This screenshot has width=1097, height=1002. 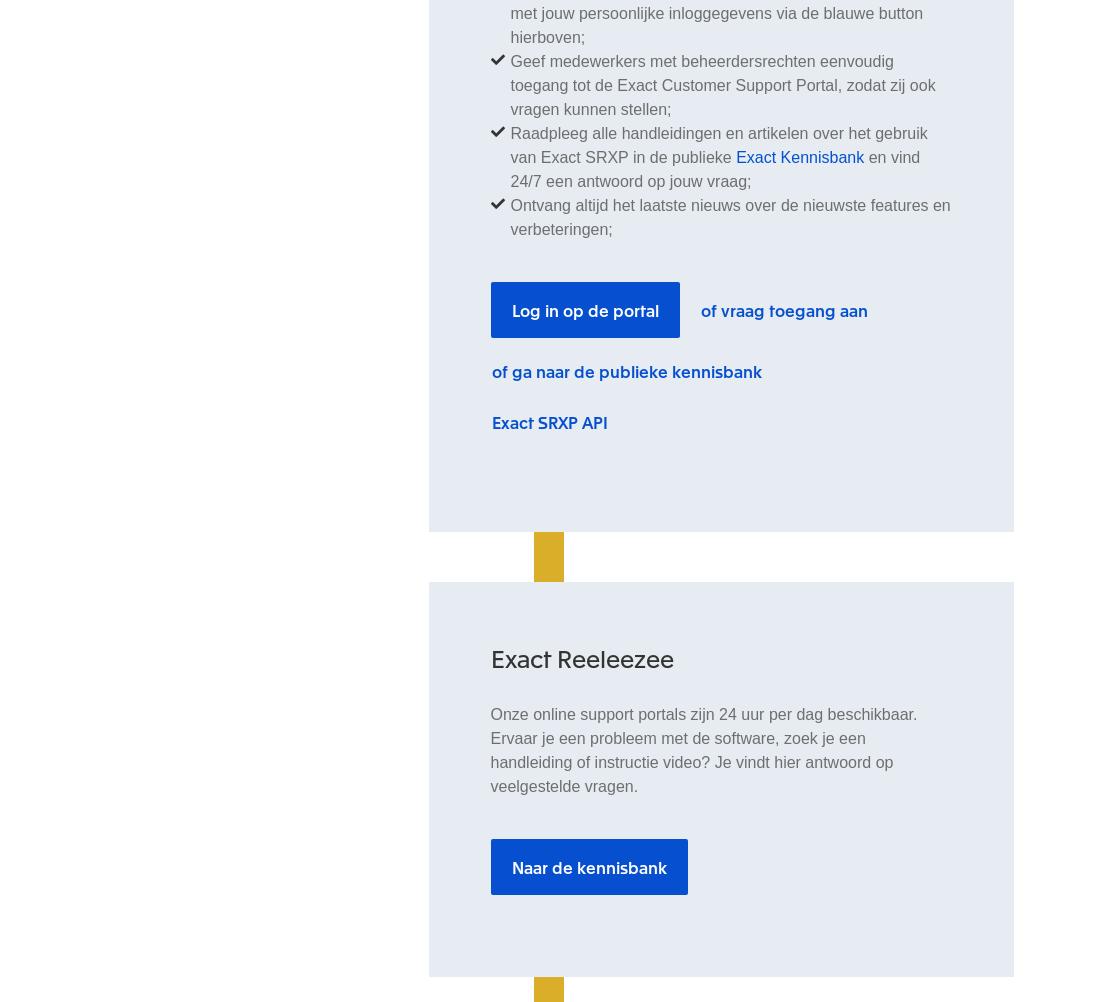 I want to click on 'Ontvang altijd het laatste nieuws over de nieuwste features en verbeteringen;', so click(x=729, y=217).